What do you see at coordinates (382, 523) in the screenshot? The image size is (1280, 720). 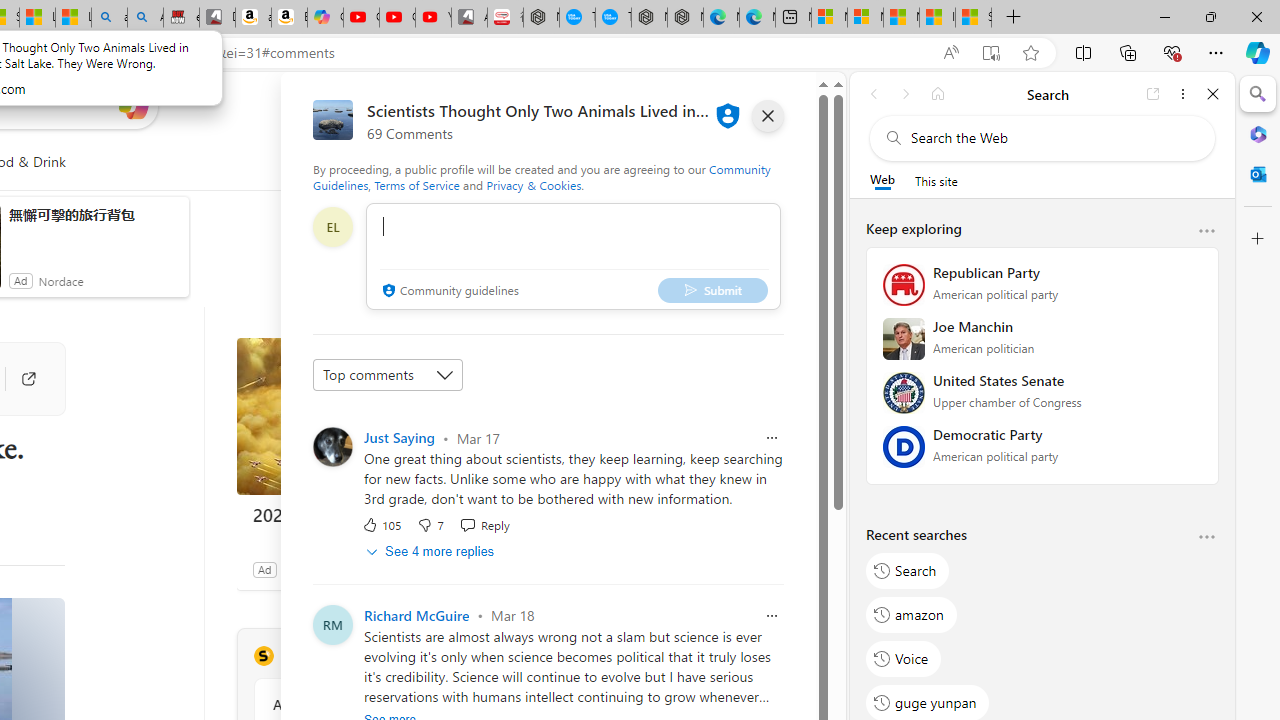 I see `'105 Like'` at bounding box center [382, 523].